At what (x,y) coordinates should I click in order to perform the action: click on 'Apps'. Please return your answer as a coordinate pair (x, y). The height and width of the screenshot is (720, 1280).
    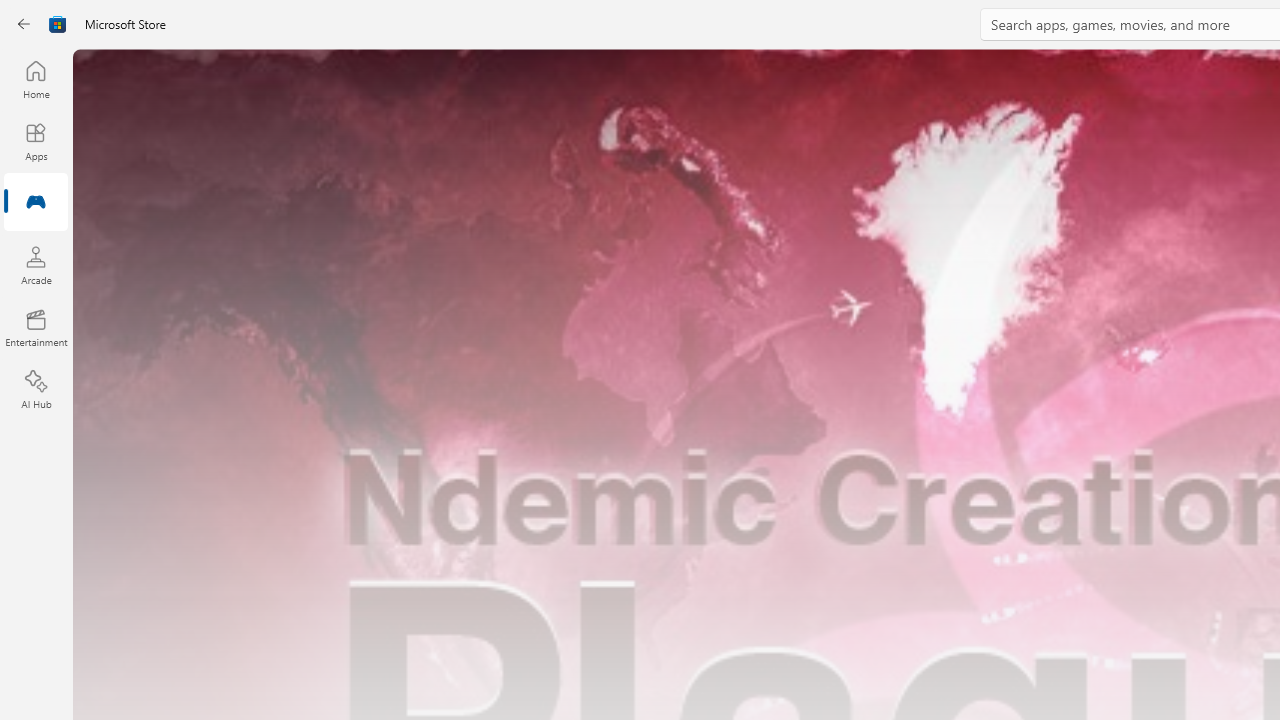
    Looking at the image, I should click on (35, 140).